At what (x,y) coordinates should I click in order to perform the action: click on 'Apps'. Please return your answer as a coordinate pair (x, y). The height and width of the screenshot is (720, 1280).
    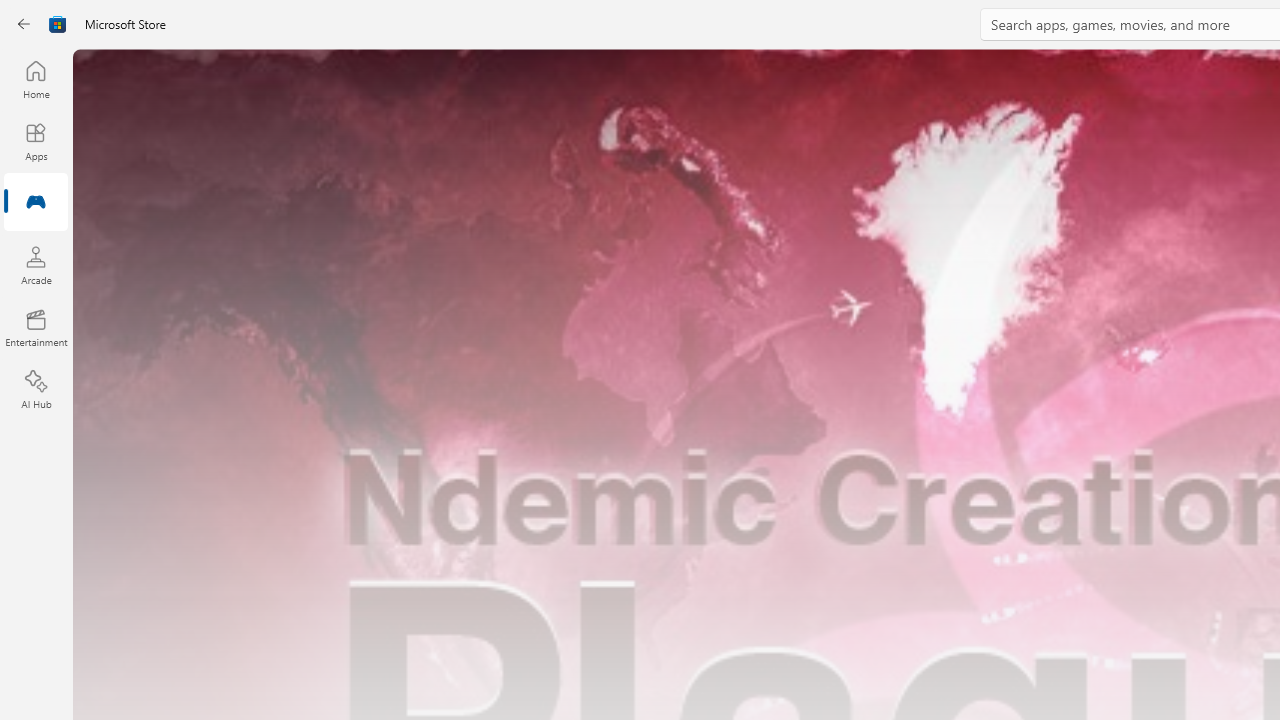
    Looking at the image, I should click on (35, 140).